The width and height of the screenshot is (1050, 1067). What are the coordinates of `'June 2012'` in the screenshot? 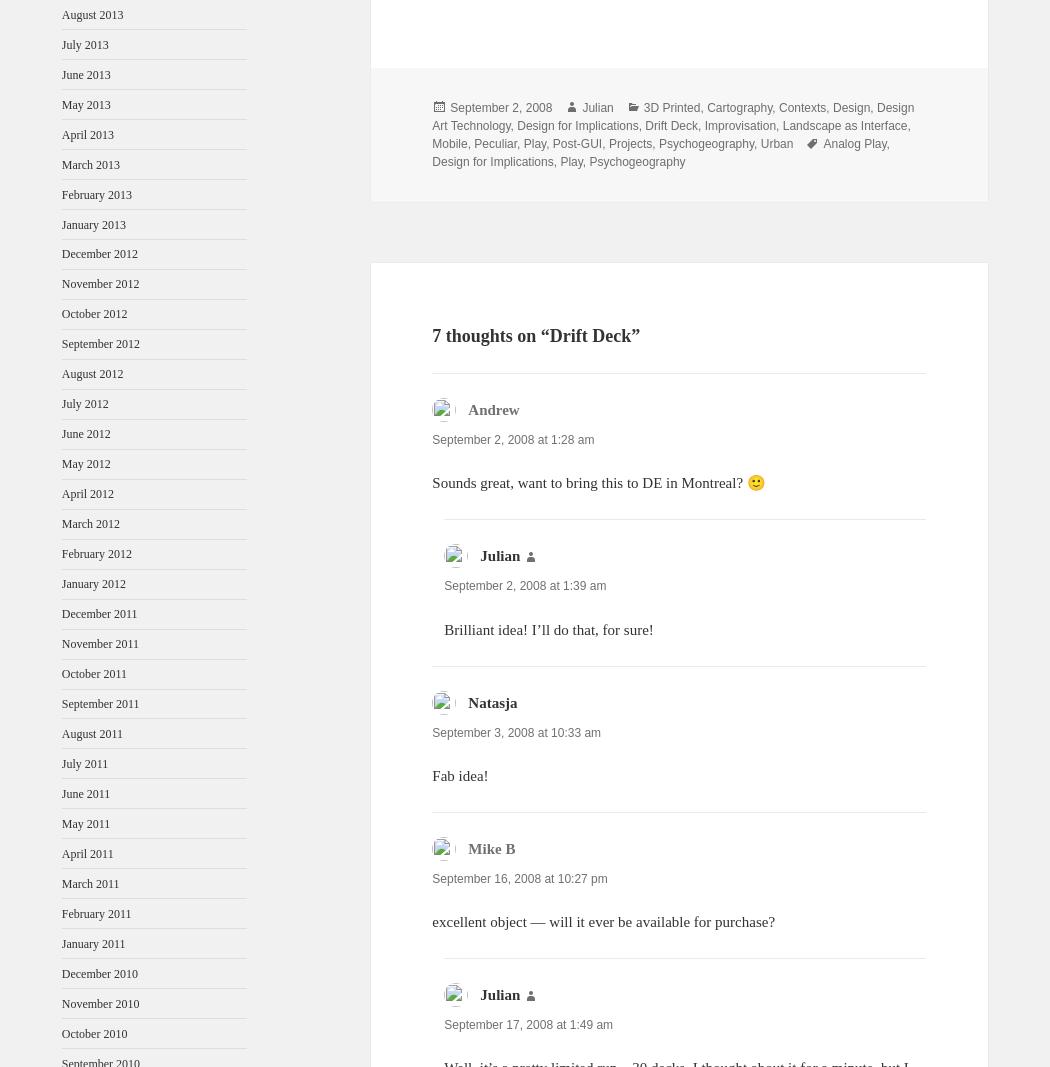 It's located at (85, 432).